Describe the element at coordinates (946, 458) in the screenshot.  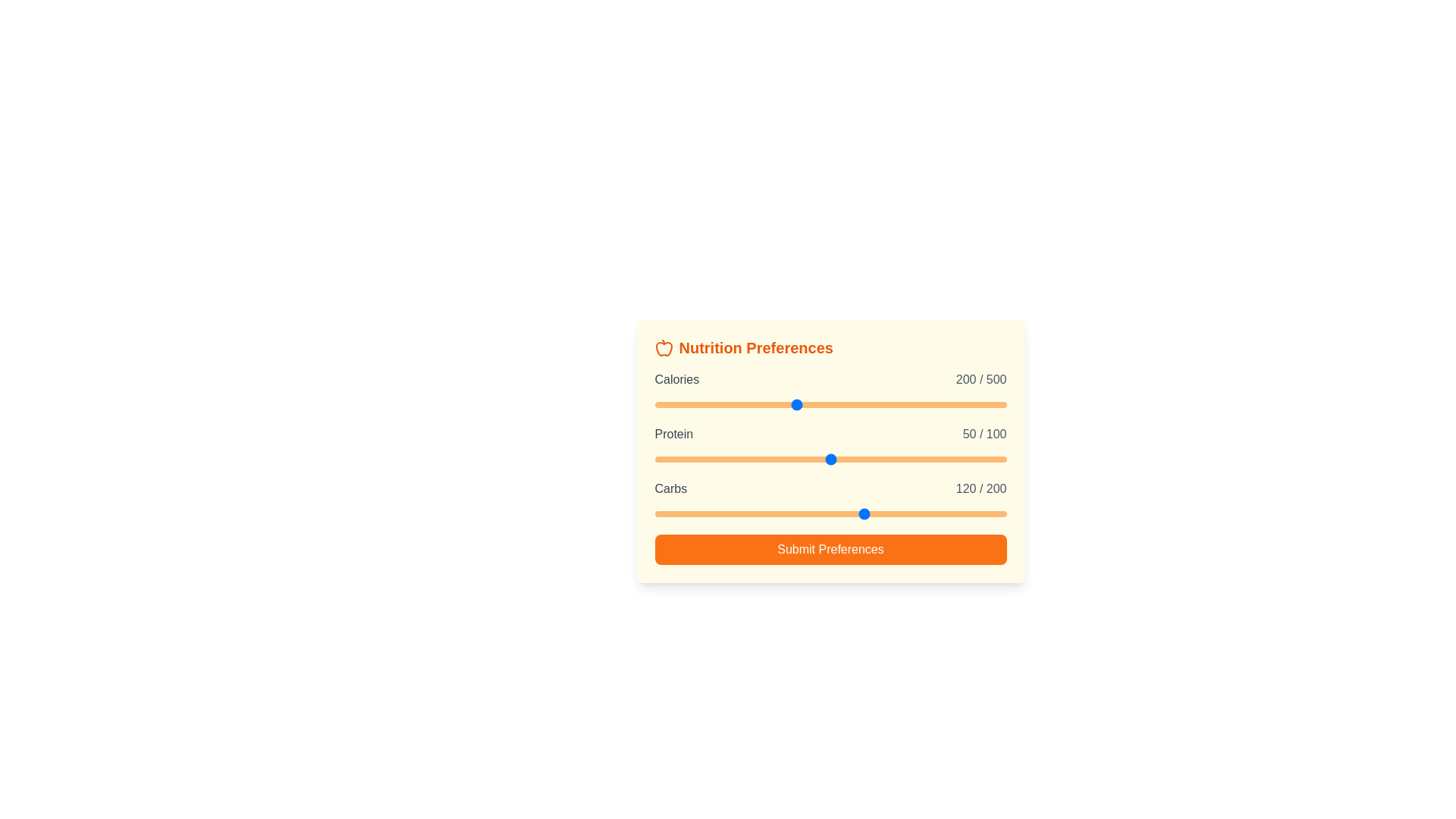
I see `the protein intake value` at that location.